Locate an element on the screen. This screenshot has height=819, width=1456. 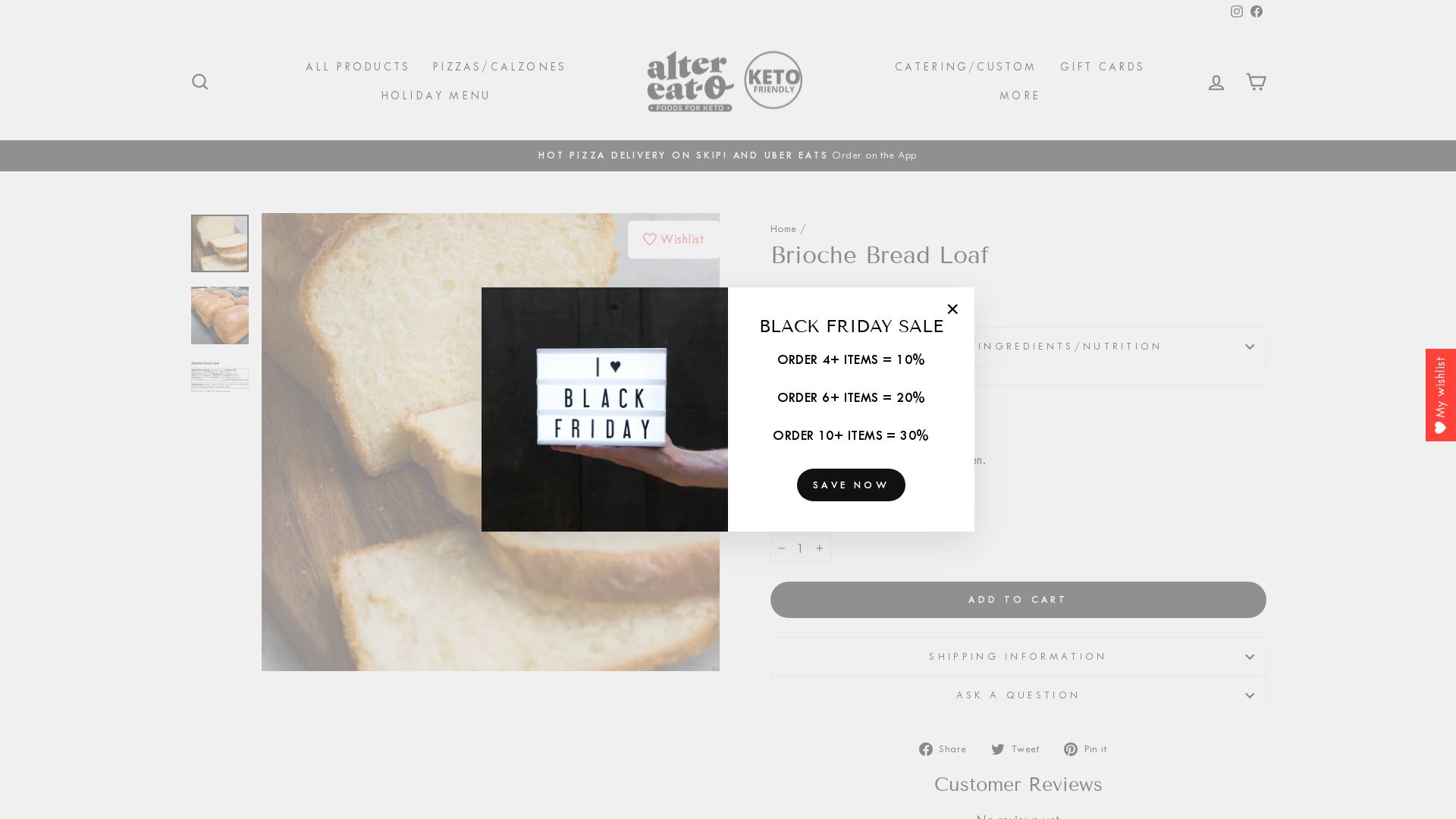
'CART' is located at coordinates (1256, 82).